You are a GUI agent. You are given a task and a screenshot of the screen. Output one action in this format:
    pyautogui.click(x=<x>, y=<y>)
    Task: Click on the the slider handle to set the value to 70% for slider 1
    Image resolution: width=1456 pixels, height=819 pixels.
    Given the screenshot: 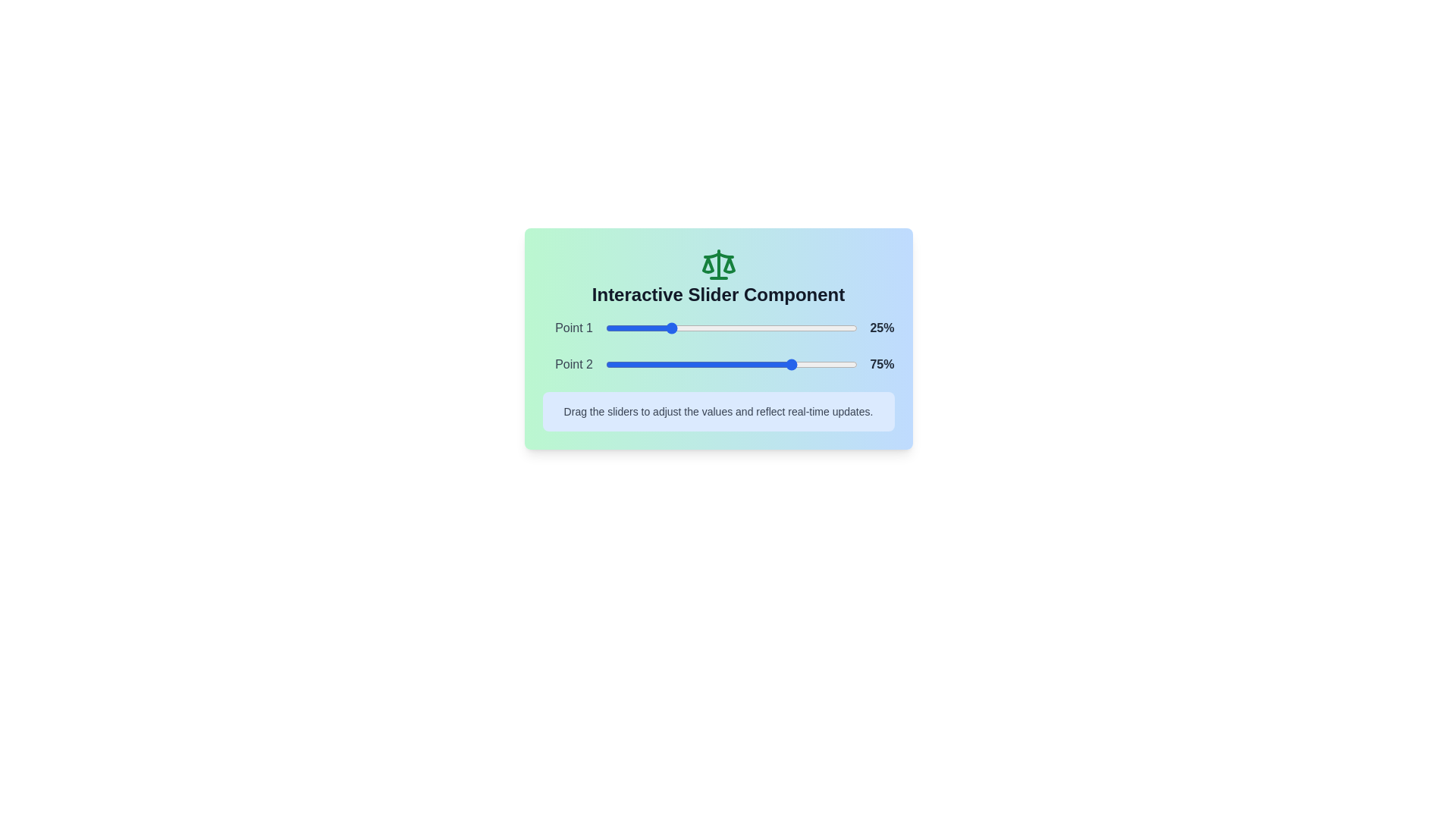 What is the action you would take?
    pyautogui.click(x=782, y=327)
    